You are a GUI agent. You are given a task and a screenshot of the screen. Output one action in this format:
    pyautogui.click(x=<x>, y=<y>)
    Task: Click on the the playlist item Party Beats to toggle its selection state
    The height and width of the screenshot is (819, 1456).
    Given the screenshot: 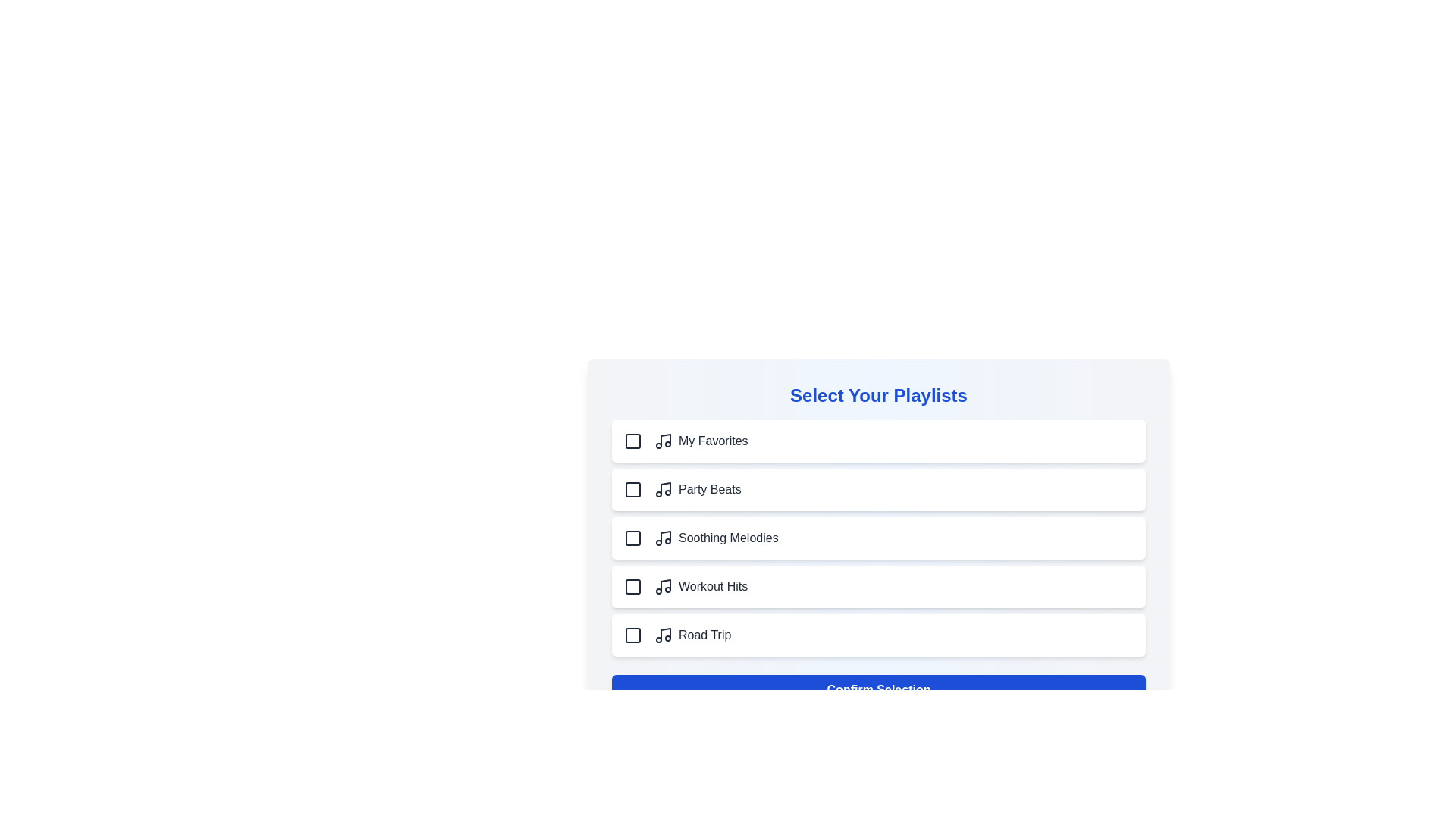 What is the action you would take?
    pyautogui.click(x=878, y=489)
    